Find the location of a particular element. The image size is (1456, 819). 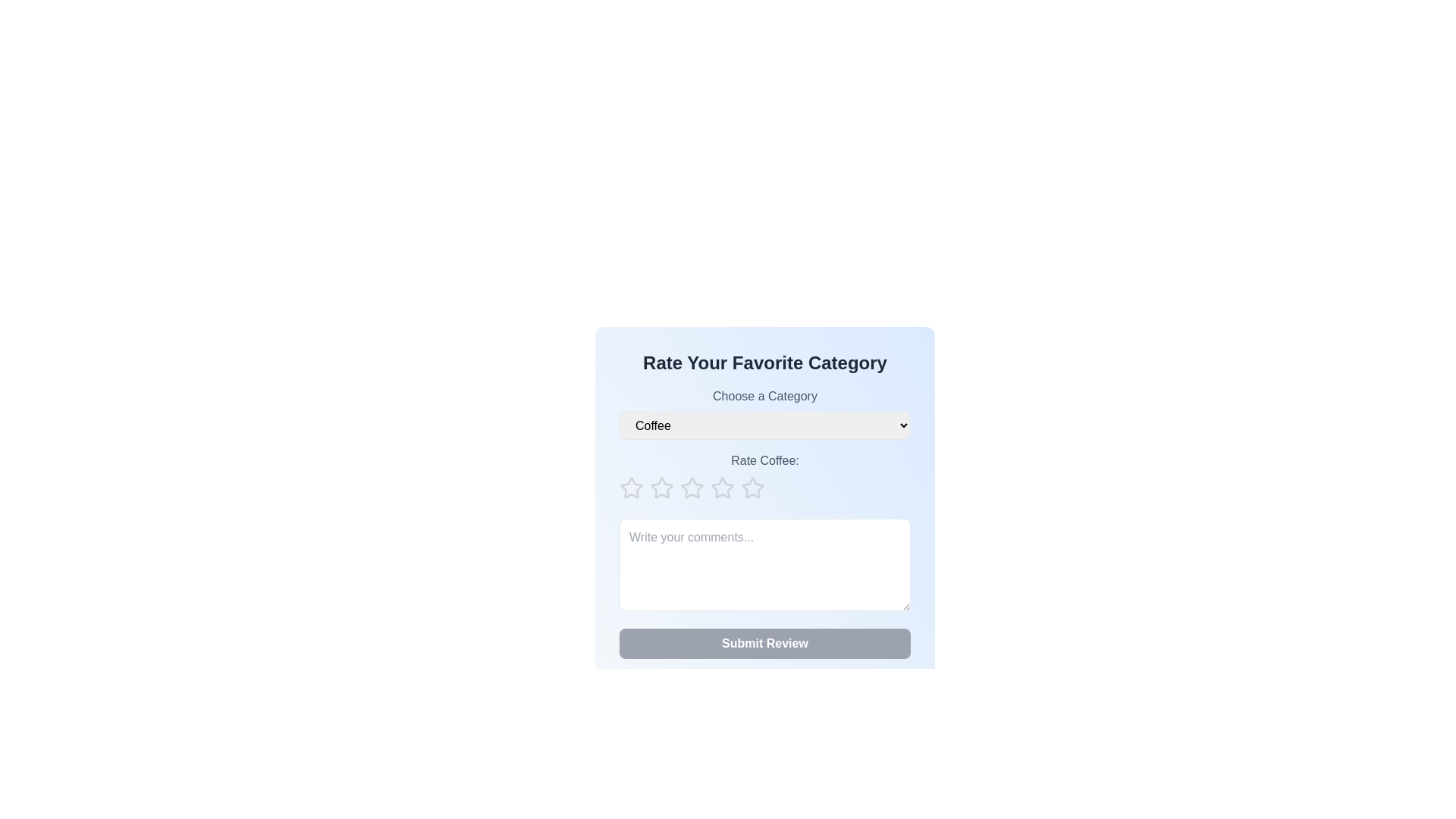

the first star-shaped rating icon under the heading 'Rate Coffee:' is located at coordinates (661, 488).